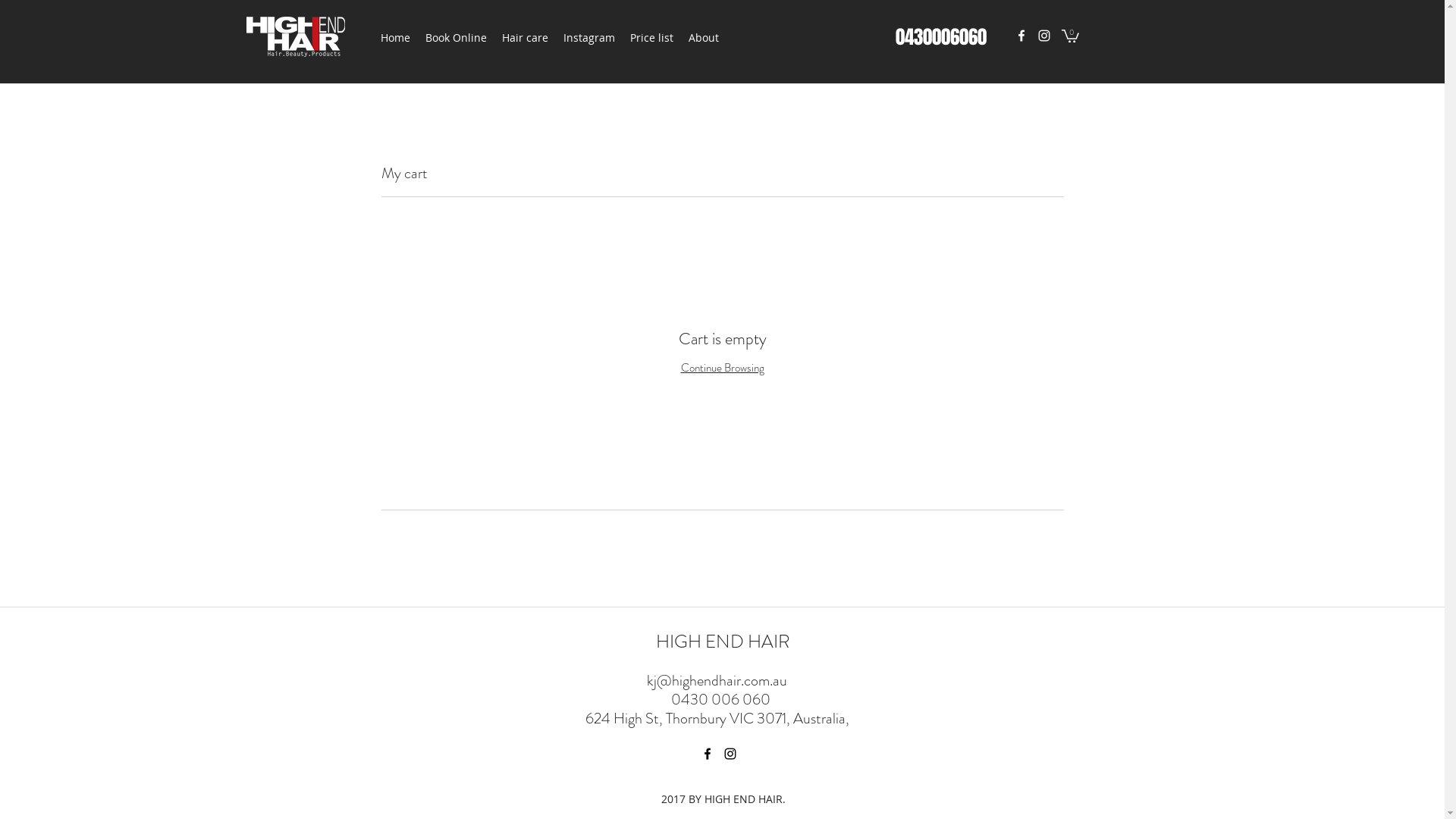 The height and width of the screenshot is (819, 1456). I want to click on 'kj@highendhair.com.au', so click(716, 679).